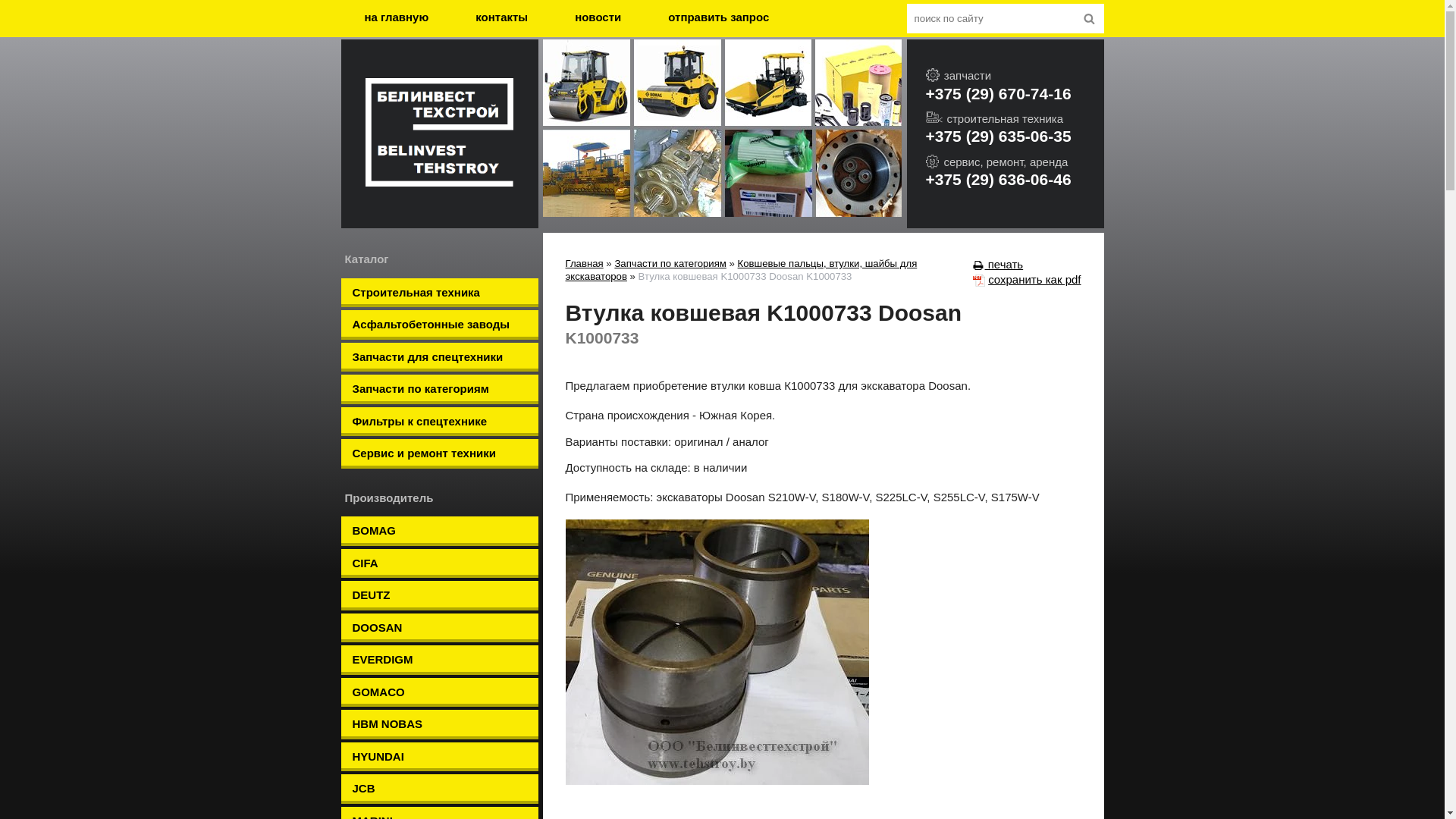 Image resolution: width=1456 pixels, height=819 pixels. I want to click on '+375 (29) 670-74-16', so click(1014, 93).